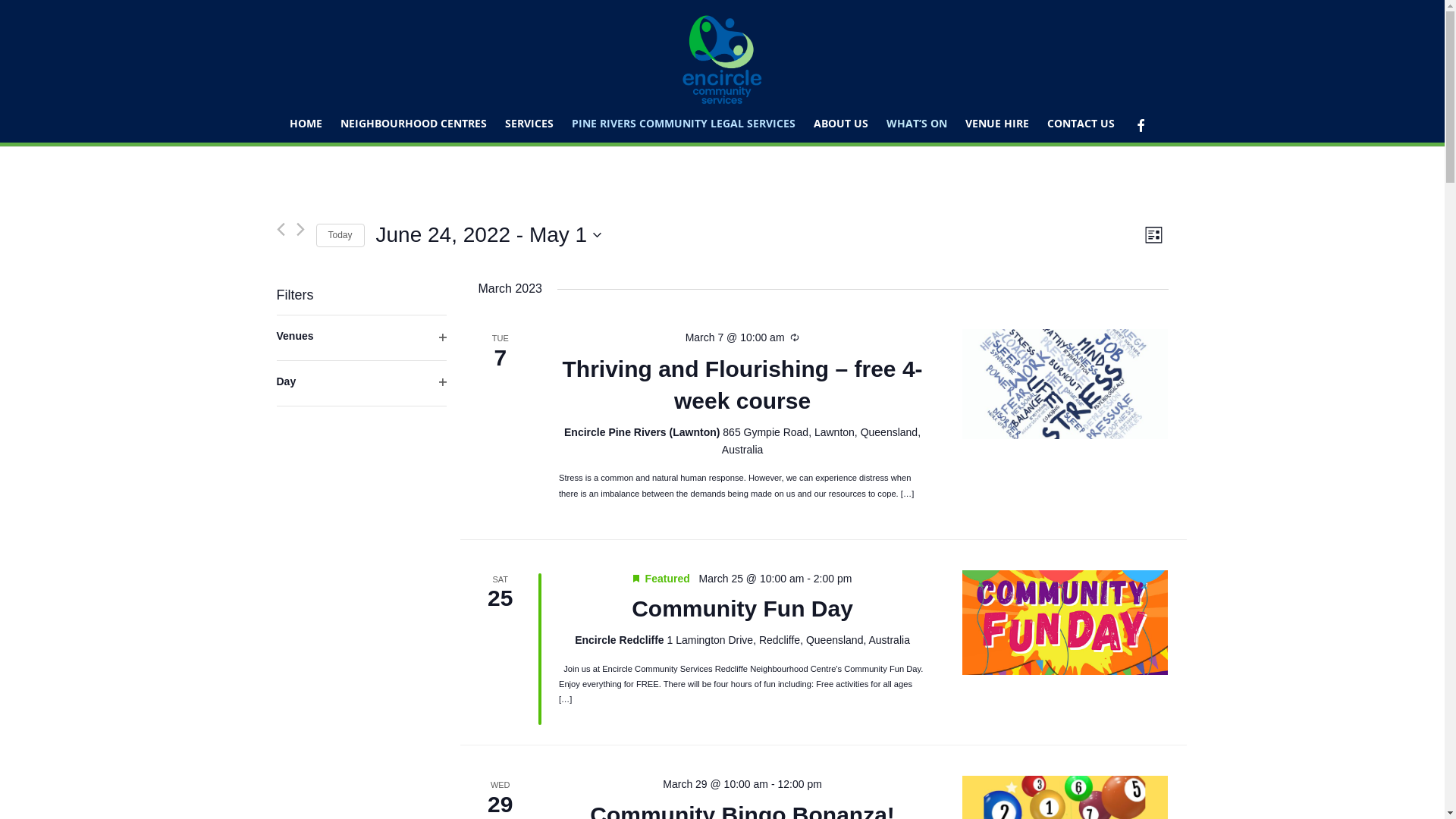 The width and height of the screenshot is (1456, 819). I want to click on 'Previous Events', so click(280, 229).